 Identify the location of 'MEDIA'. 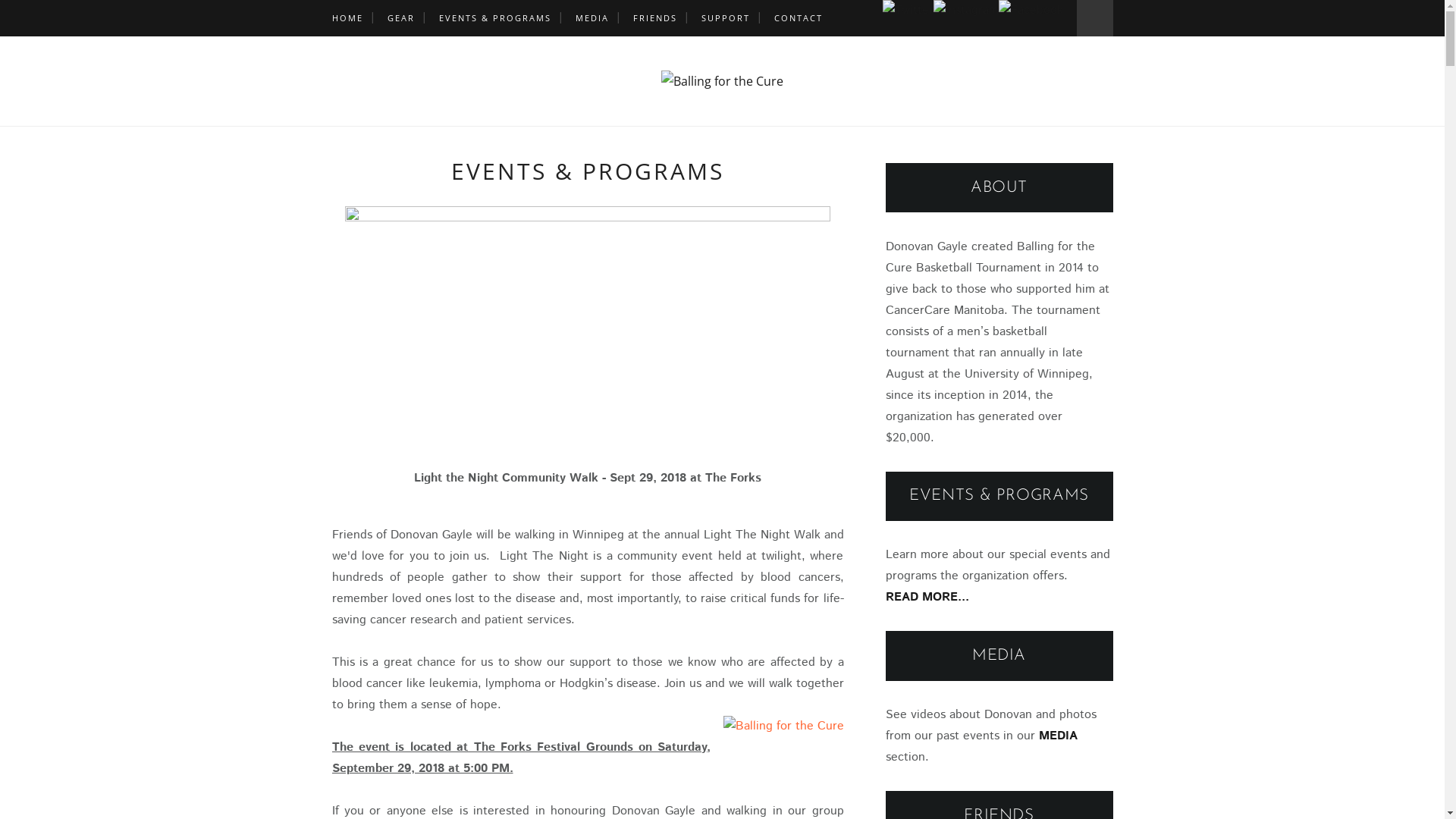
(590, 17).